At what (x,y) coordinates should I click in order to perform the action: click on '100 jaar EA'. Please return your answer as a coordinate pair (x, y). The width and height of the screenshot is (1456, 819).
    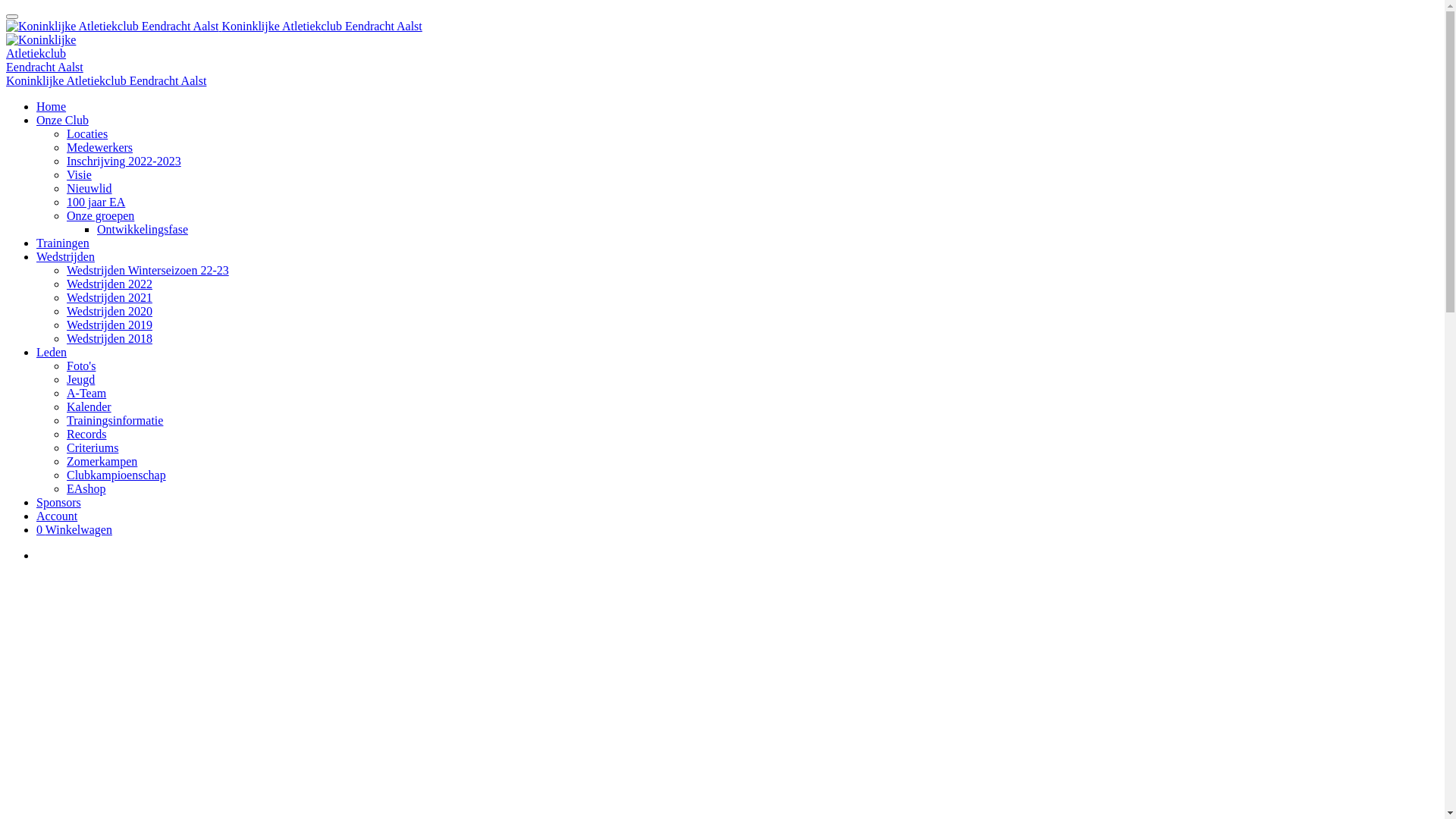
    Looking at the image, I should click on (95, 201).